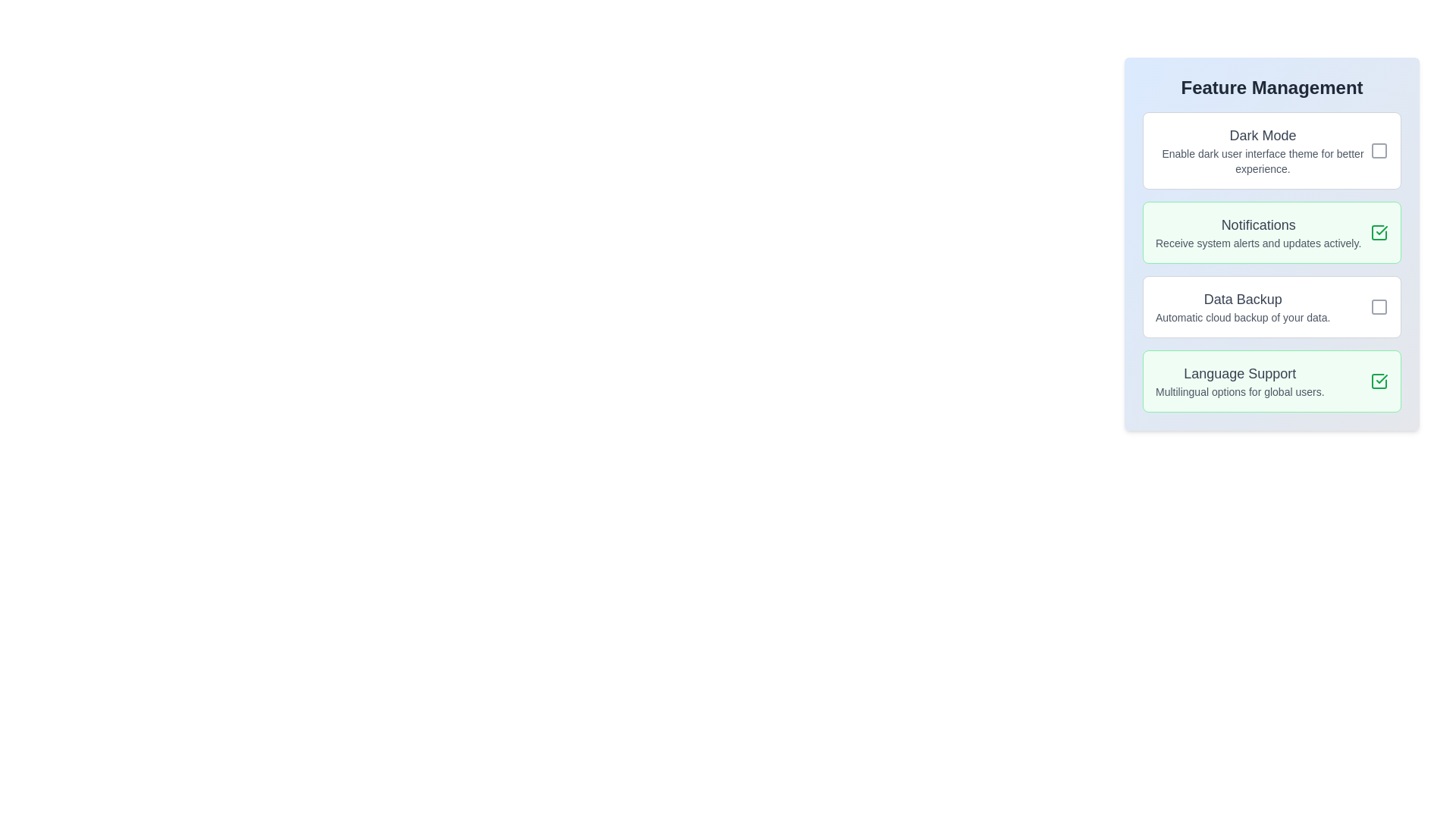 The height and width of the screenshot is (819, 1456). What do you see at coordinates (1272, 87) in the screenshot?
I see `the title 'Feature Management' to check for hidden interactions` at bounding box center [1272, 87].